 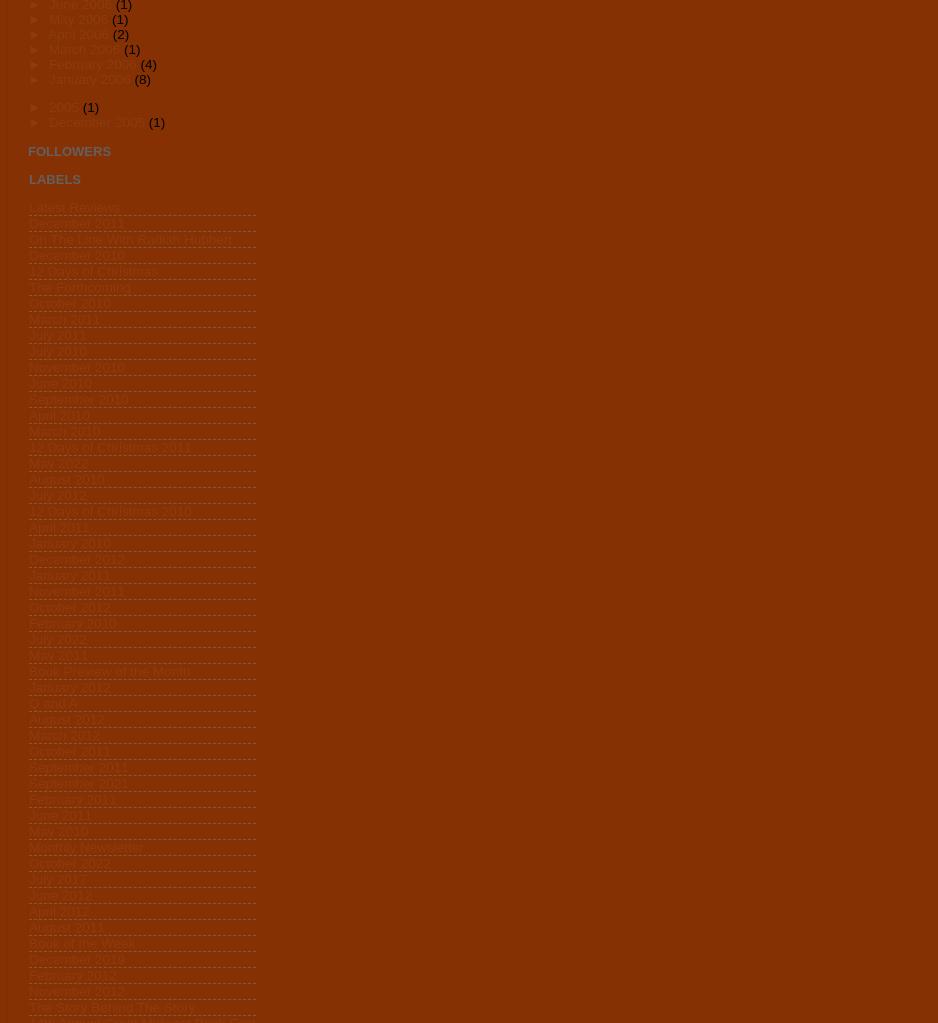 What do you see at coordinates (77, 990) in the screenshot?
I see `'November 2012'` at bounding box center [77, 990].